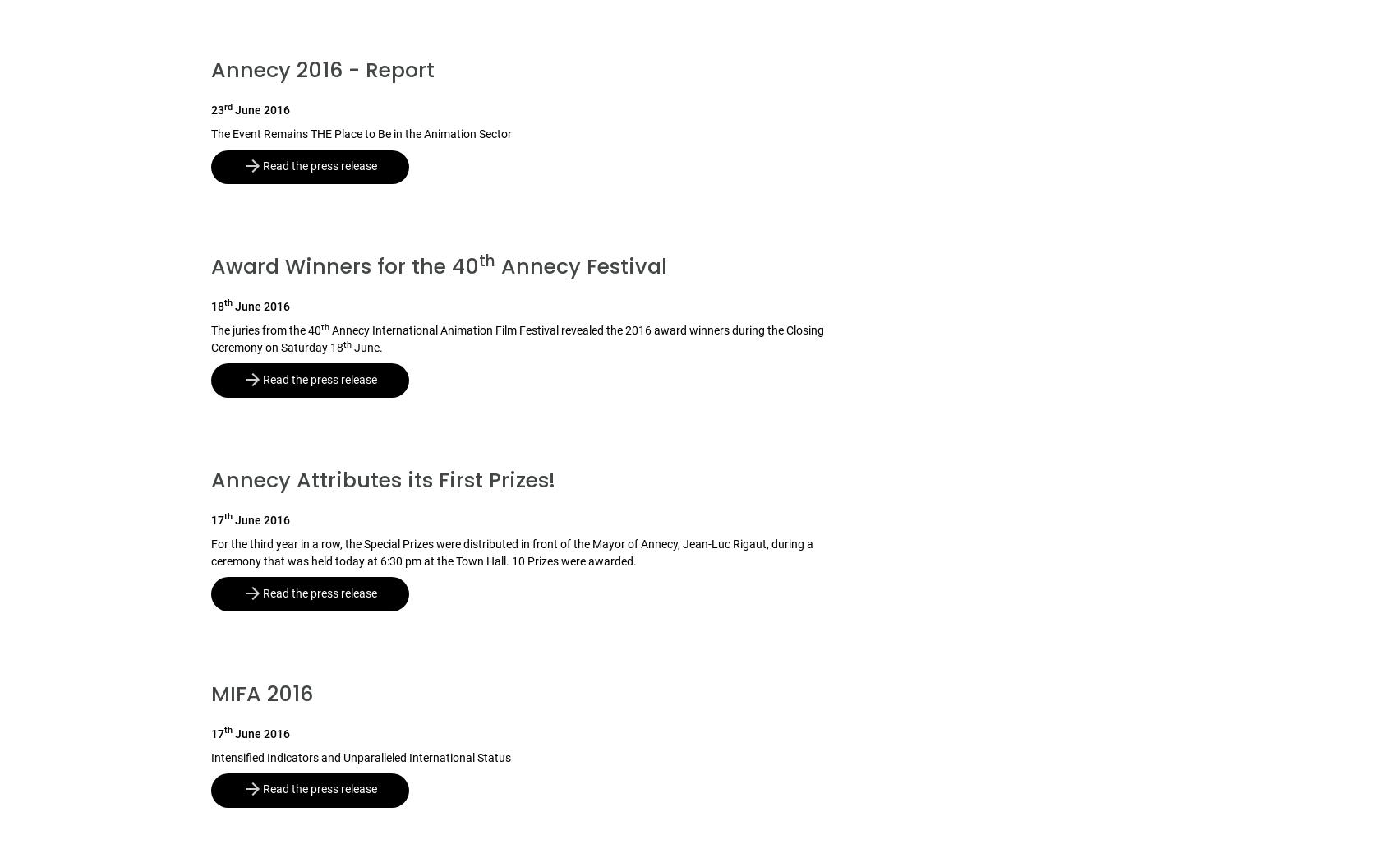 This screenshot has width=1400, height=863. I want to click on 'The juries from the 40', so click(265, 330).